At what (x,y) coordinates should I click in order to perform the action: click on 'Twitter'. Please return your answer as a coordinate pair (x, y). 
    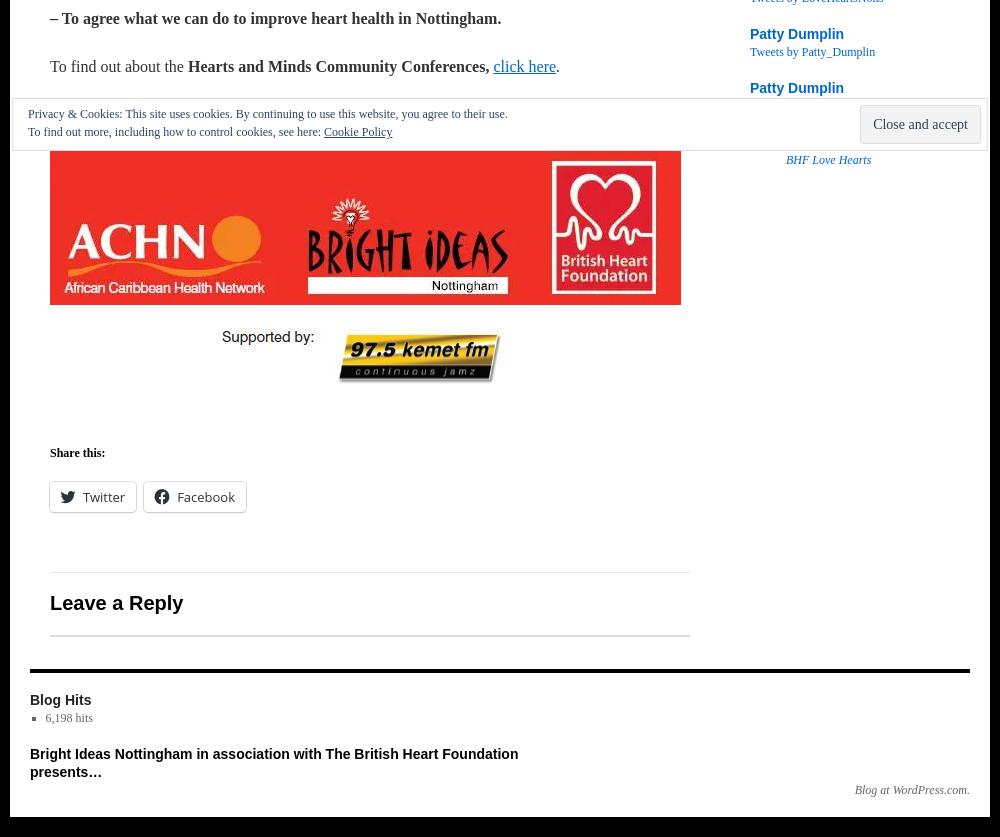
    Looking at the image, I should click on (103, 496).